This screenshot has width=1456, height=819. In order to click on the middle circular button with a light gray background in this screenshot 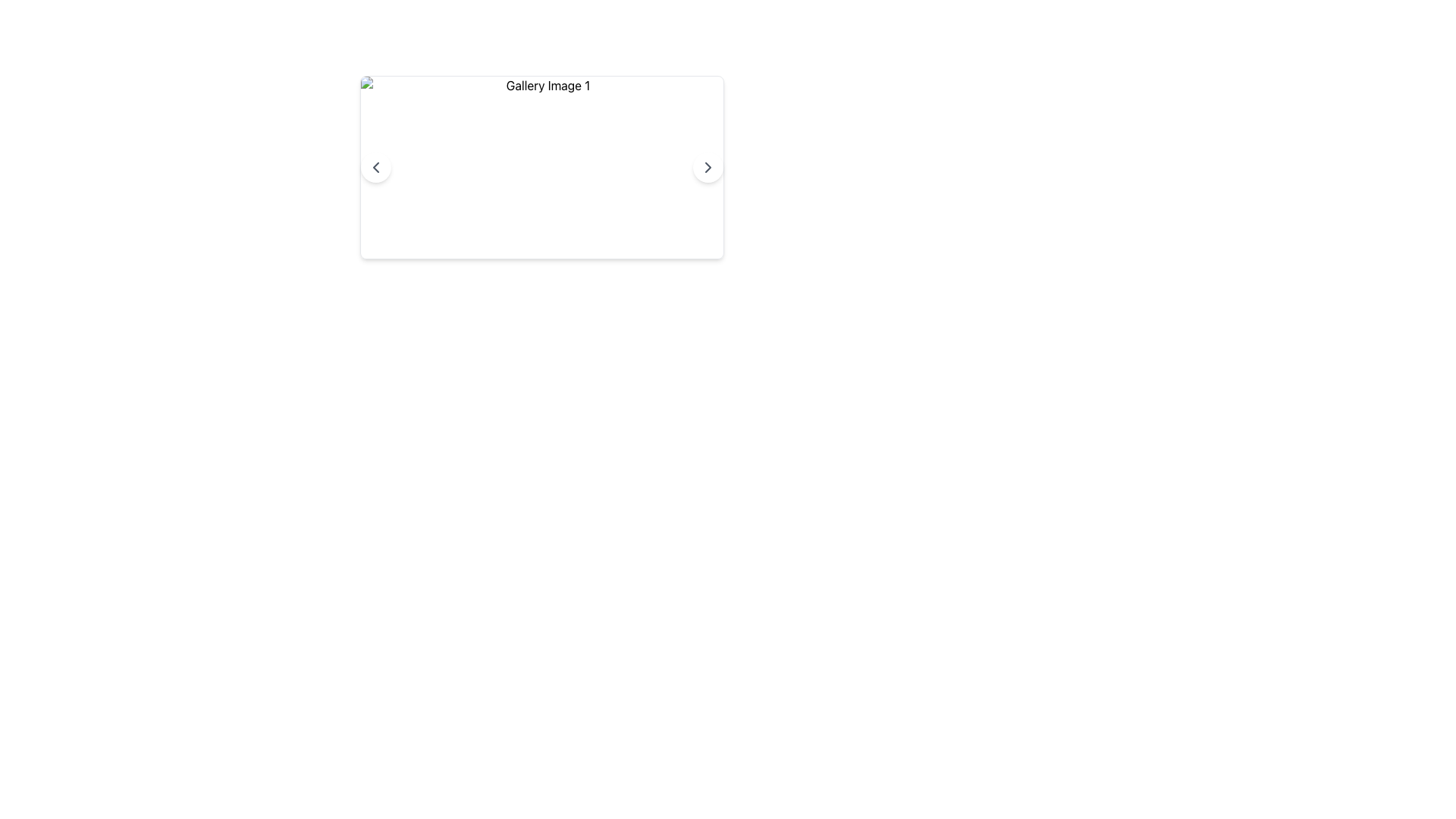, I will do `click(542, 271)`.